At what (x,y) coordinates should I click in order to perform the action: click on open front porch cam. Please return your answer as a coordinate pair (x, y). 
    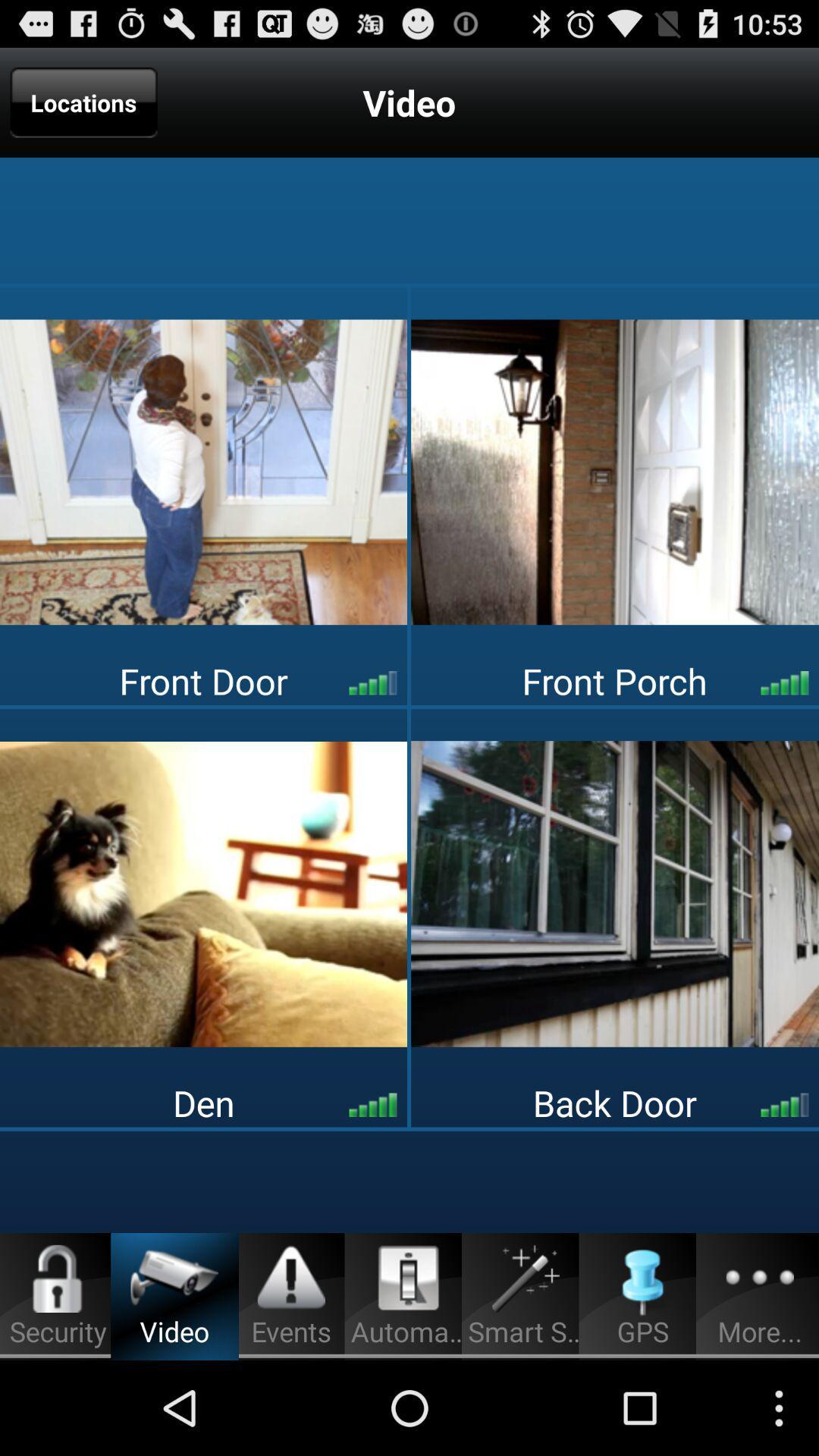
    Looking at the image, I should click on (615, 471).